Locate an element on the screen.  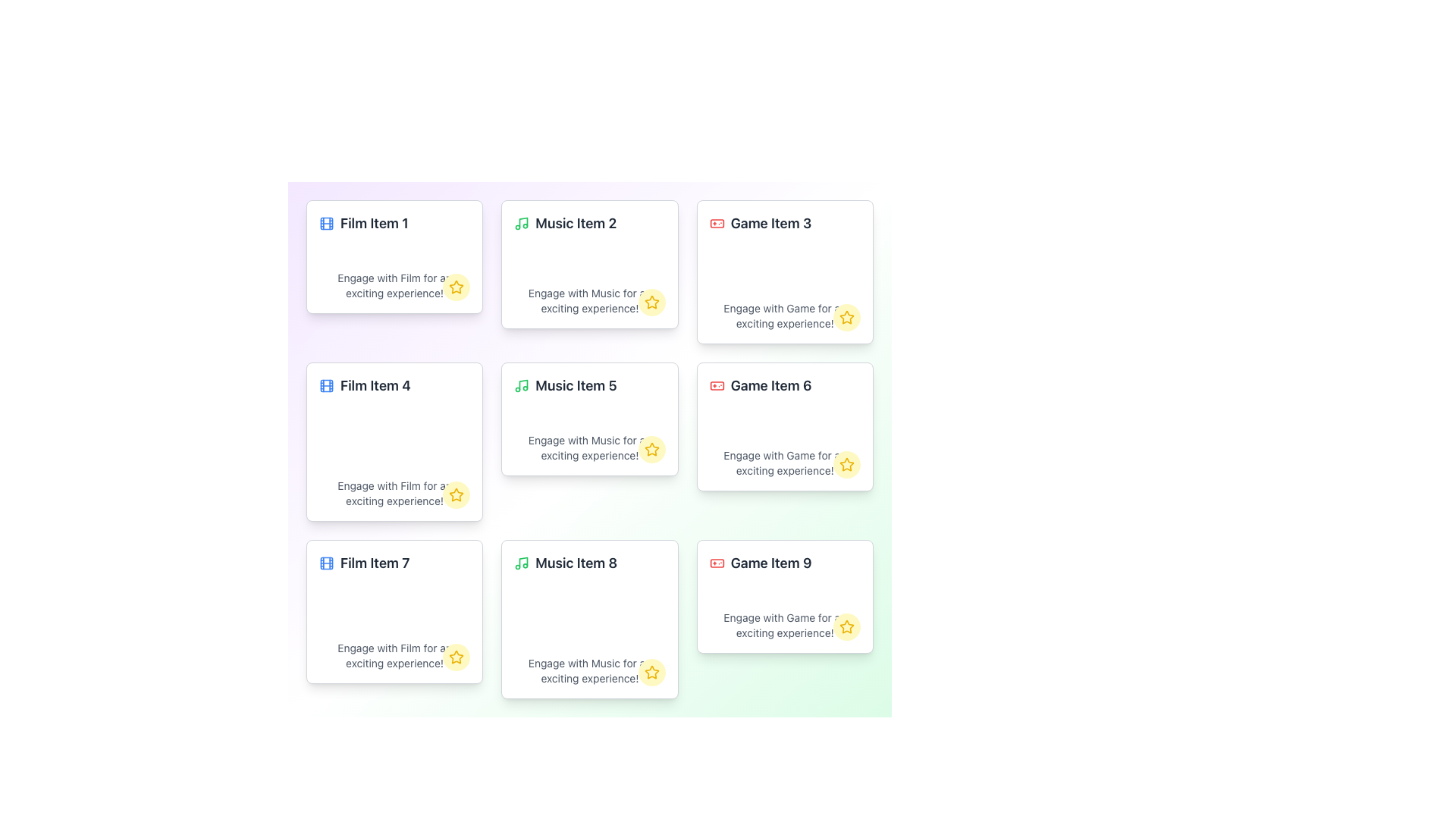
the decorative element located at the center of the gamepad icon in the upper section of the third card in the first row of a 3x3 grid layout is located at coordinates (716, 223).